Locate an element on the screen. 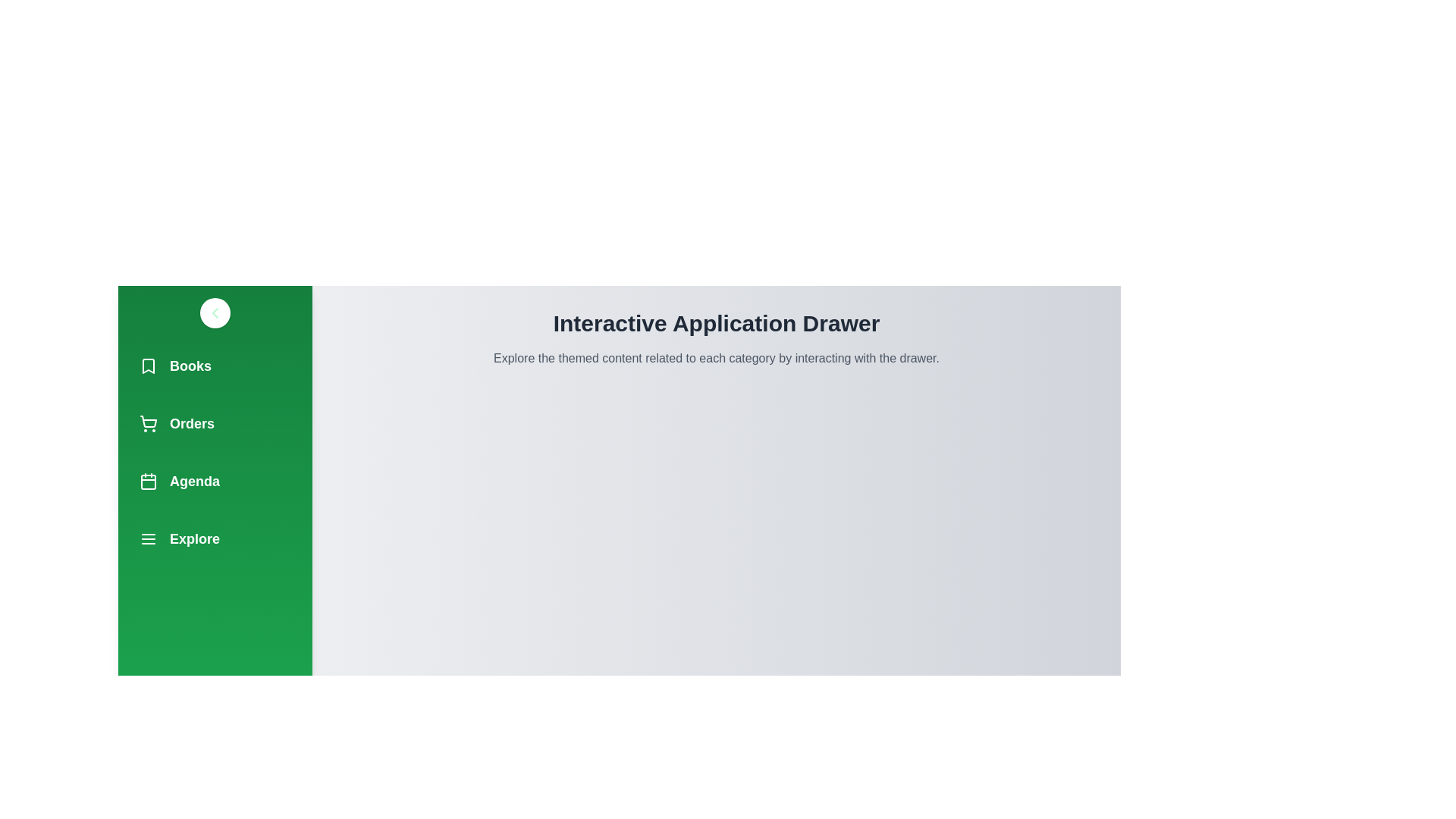 This screenshot has height=819, width=1456. the navigation item Orders from the drawer menu is located at coordinates (214, 424).